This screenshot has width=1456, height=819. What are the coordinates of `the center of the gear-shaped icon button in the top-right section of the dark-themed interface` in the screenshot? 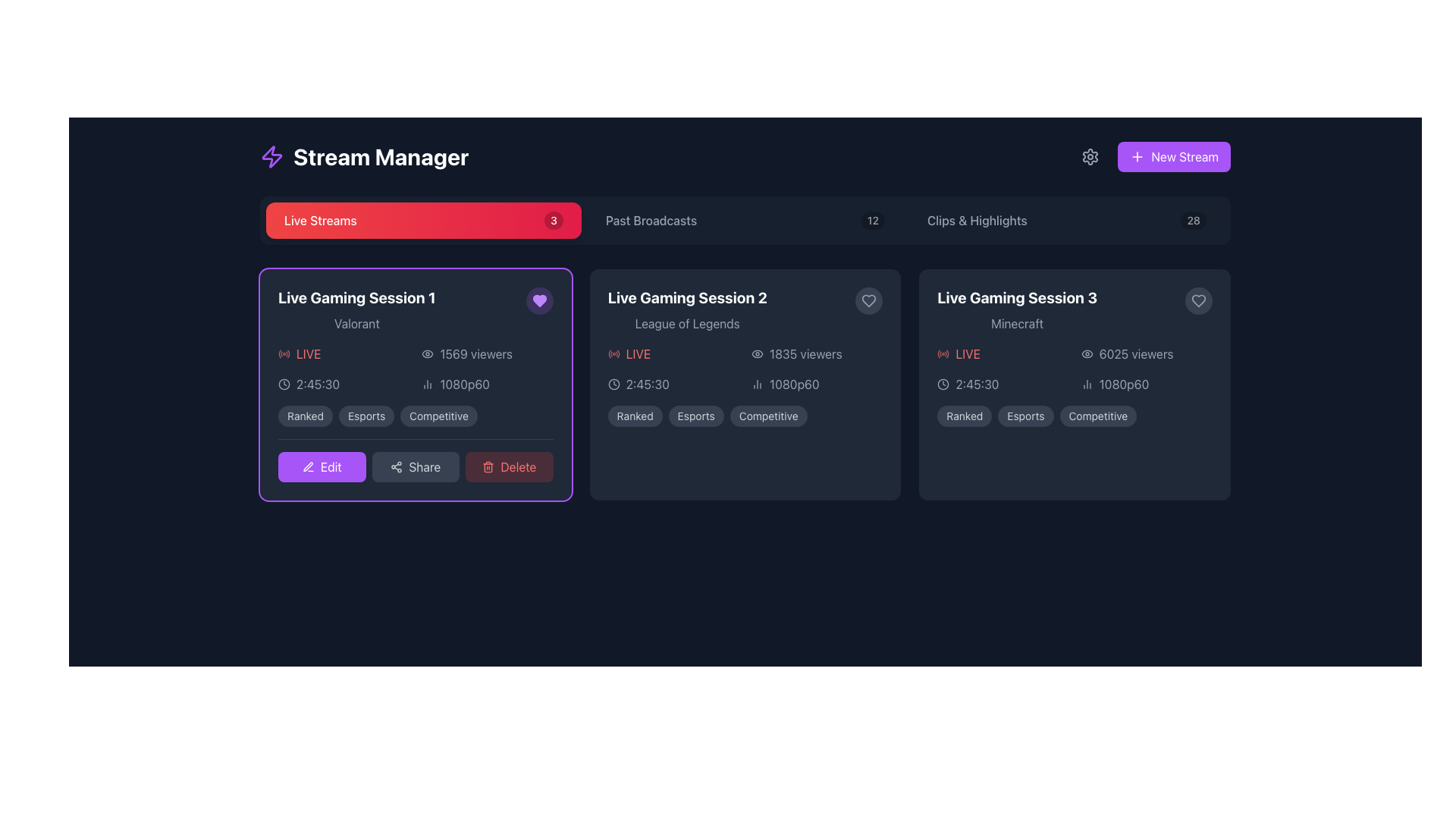 It's located at (1090, 157).